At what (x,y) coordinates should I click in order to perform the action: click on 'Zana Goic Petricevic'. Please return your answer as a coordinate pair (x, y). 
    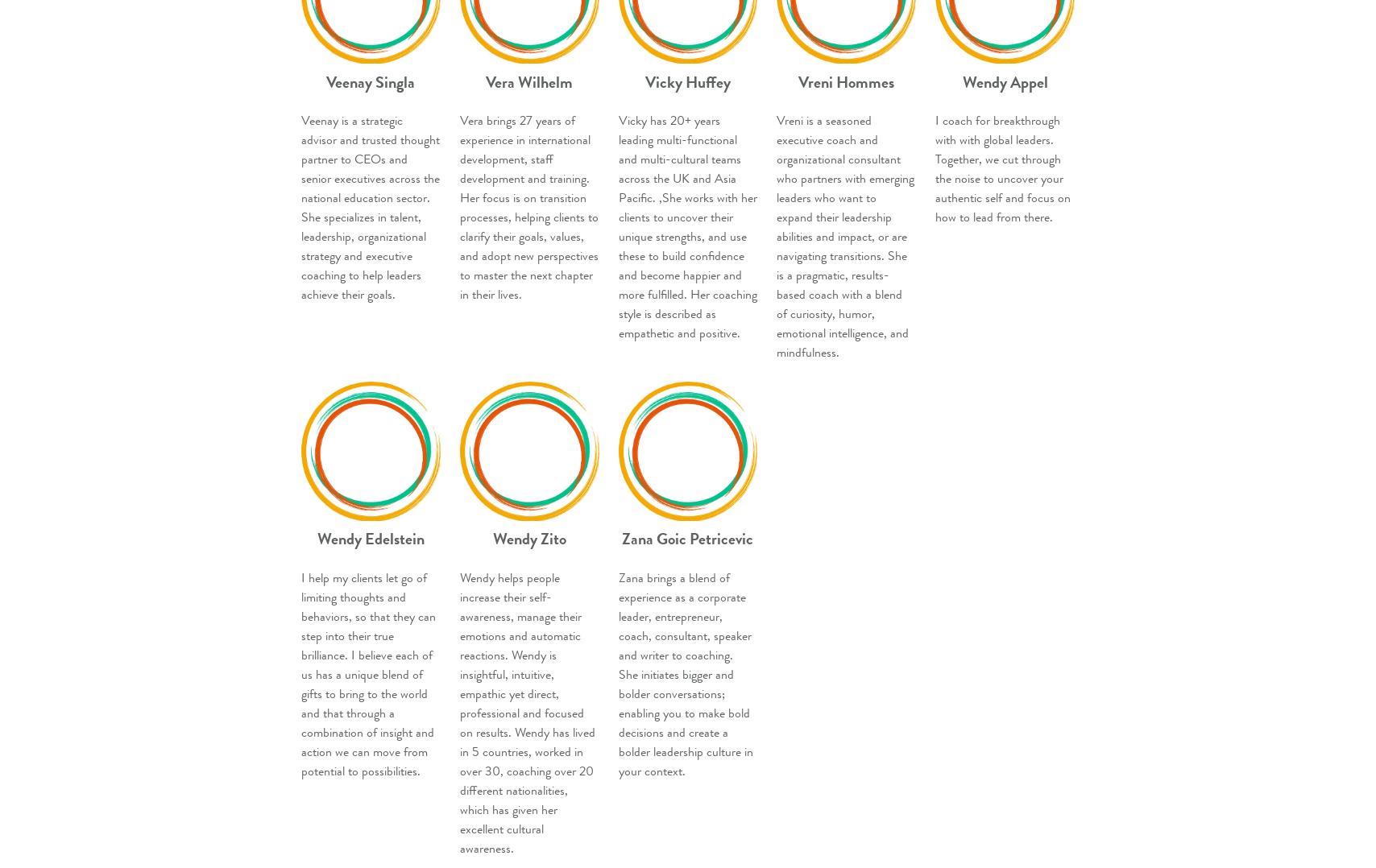
    Looking at the image, I should click on (622, 539).